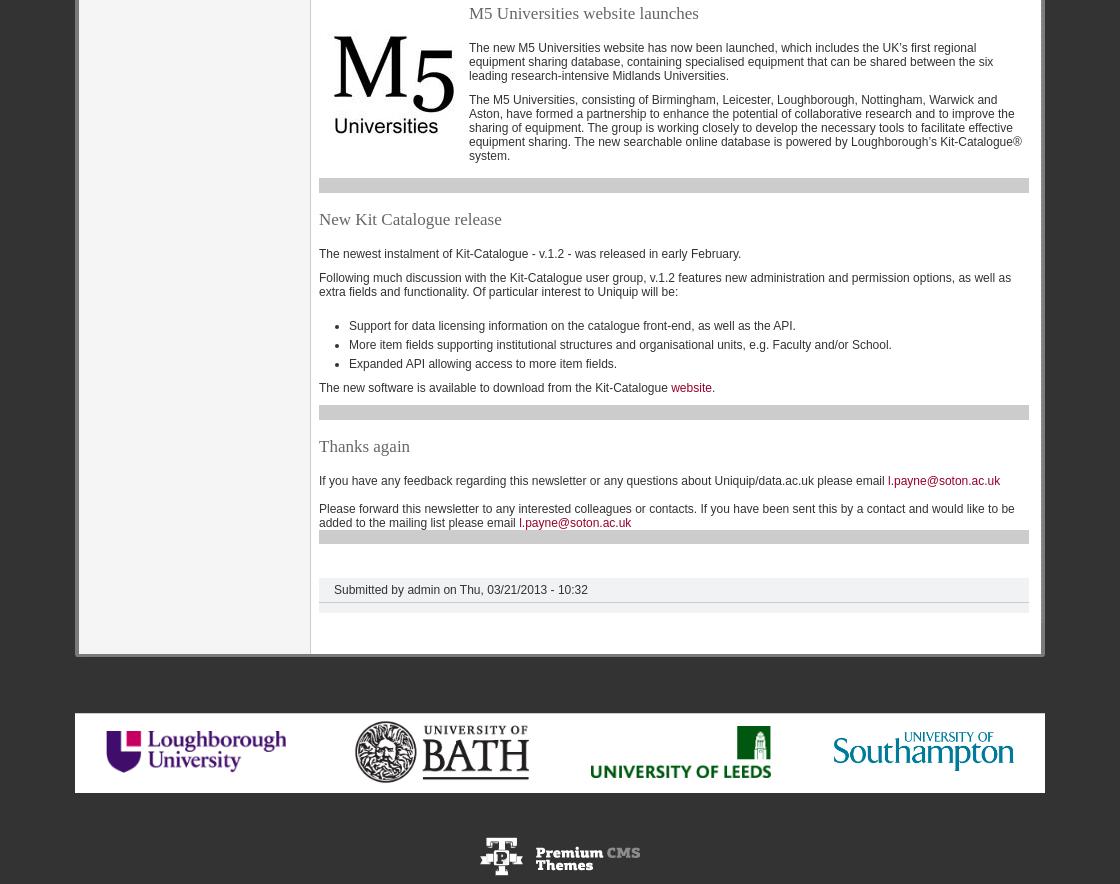  I want to click on 'Please forward this newsletter to any interested colleagues or contacts. If you have been sent this by a contact and would like to be added to the mailing list please email', so click(666, 514).